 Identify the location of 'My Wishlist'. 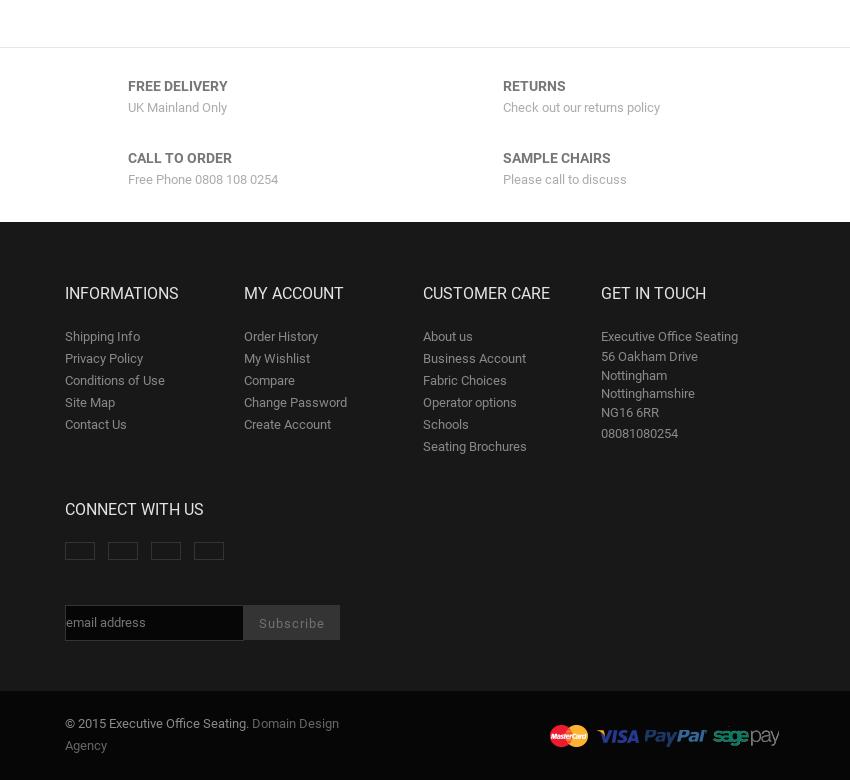
(274, 357).